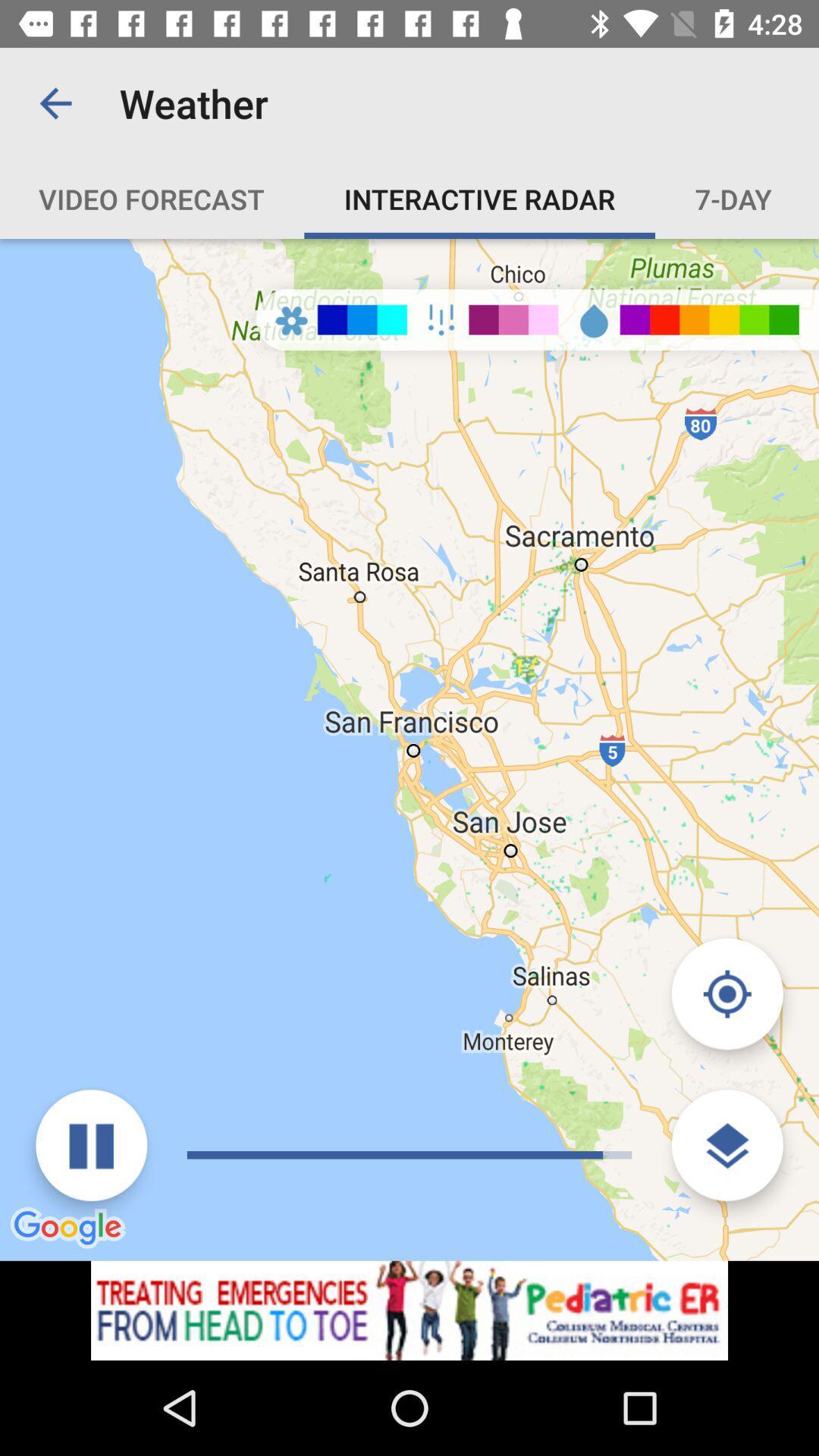  Describe the element at coordinates (409, 1310) in the screenshot. I see `map page` at that location.